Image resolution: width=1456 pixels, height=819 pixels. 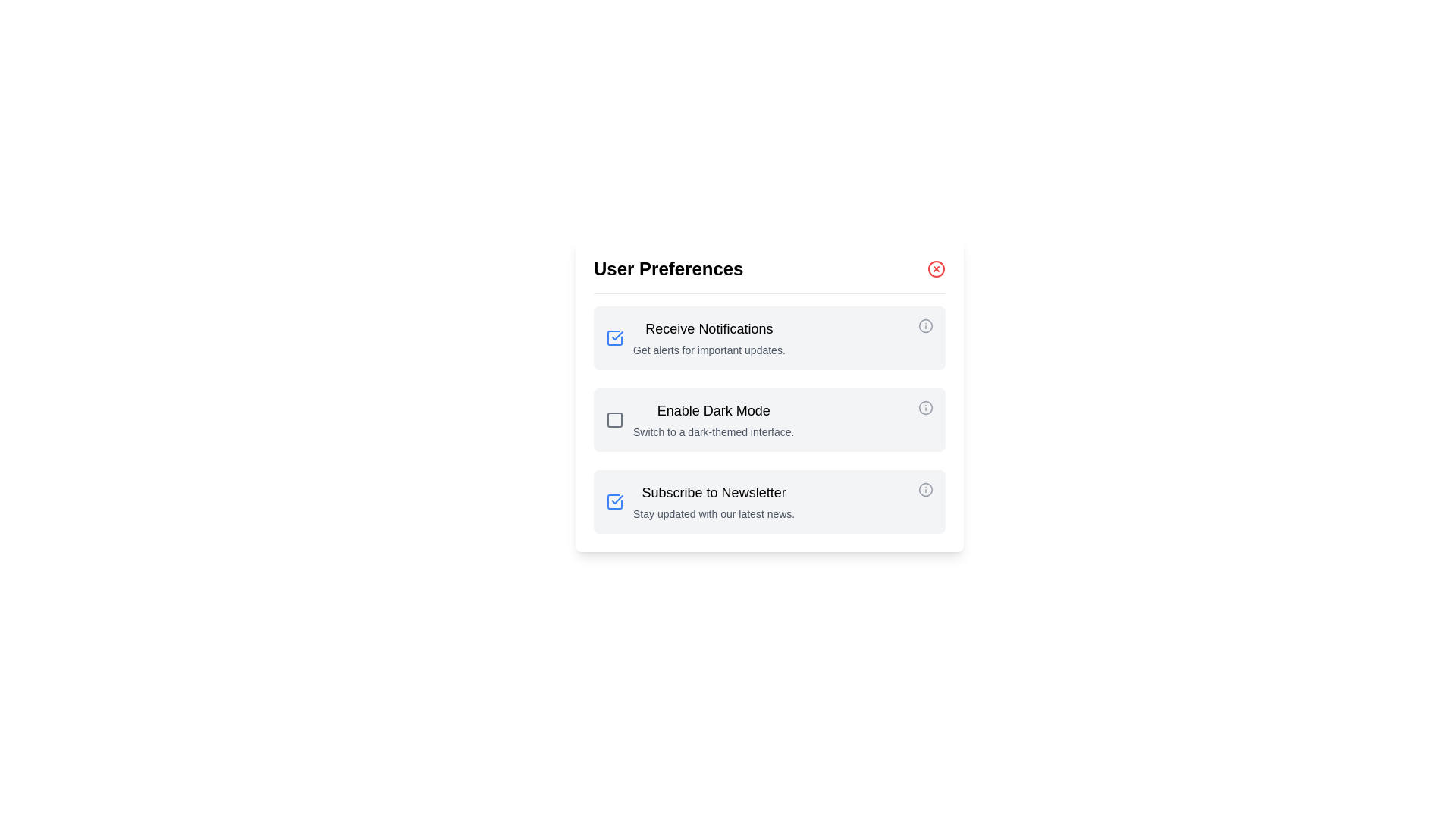 I want to click on the checkbox located to the far left of the 'Subscribe to Newsletter' label, so click(x=619, y=502).